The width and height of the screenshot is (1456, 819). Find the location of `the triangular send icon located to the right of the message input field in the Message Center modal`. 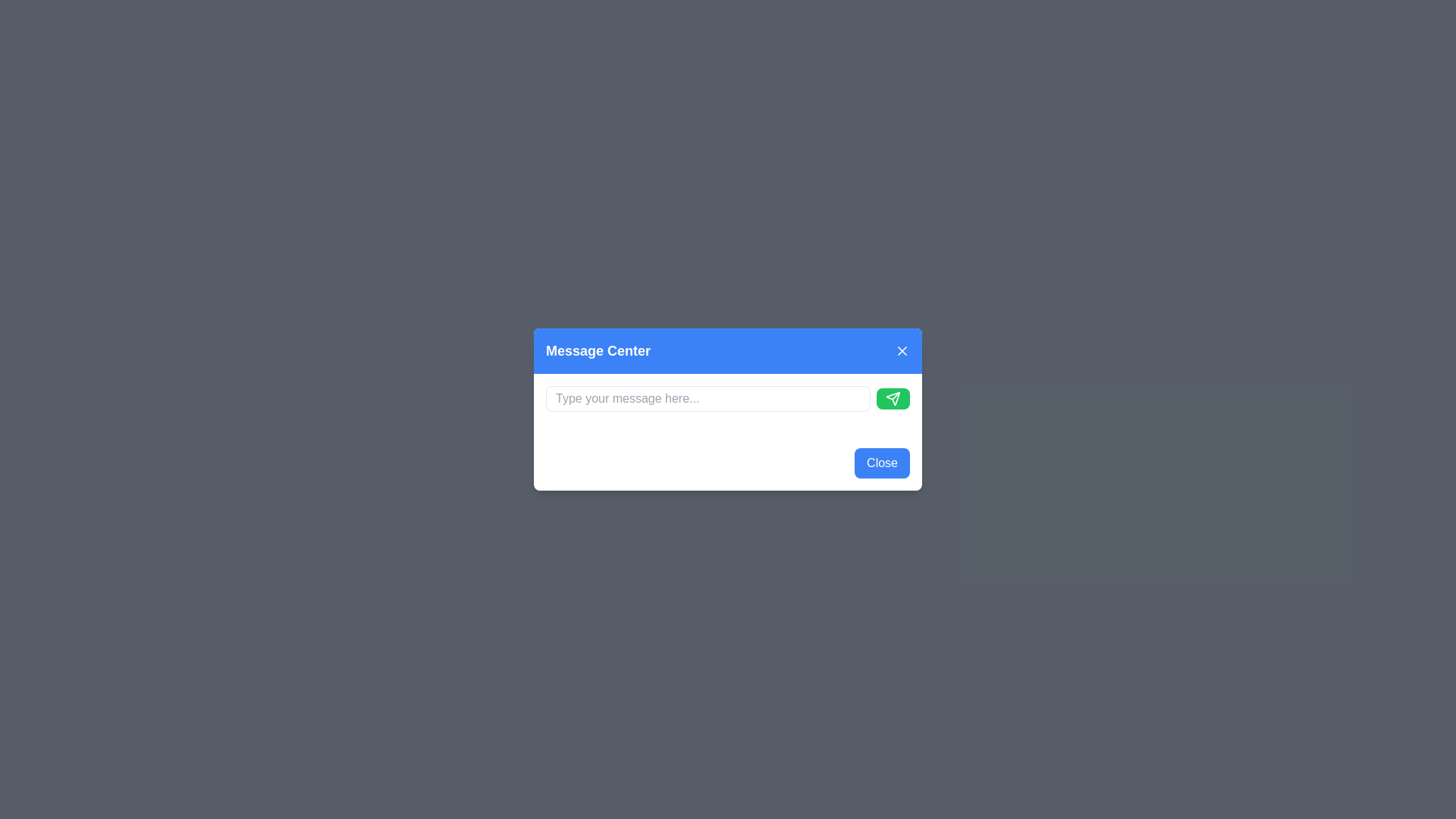

the triangular send icon located to the right of the message input field in the Message Center modal is located at coordinates (893, 397).